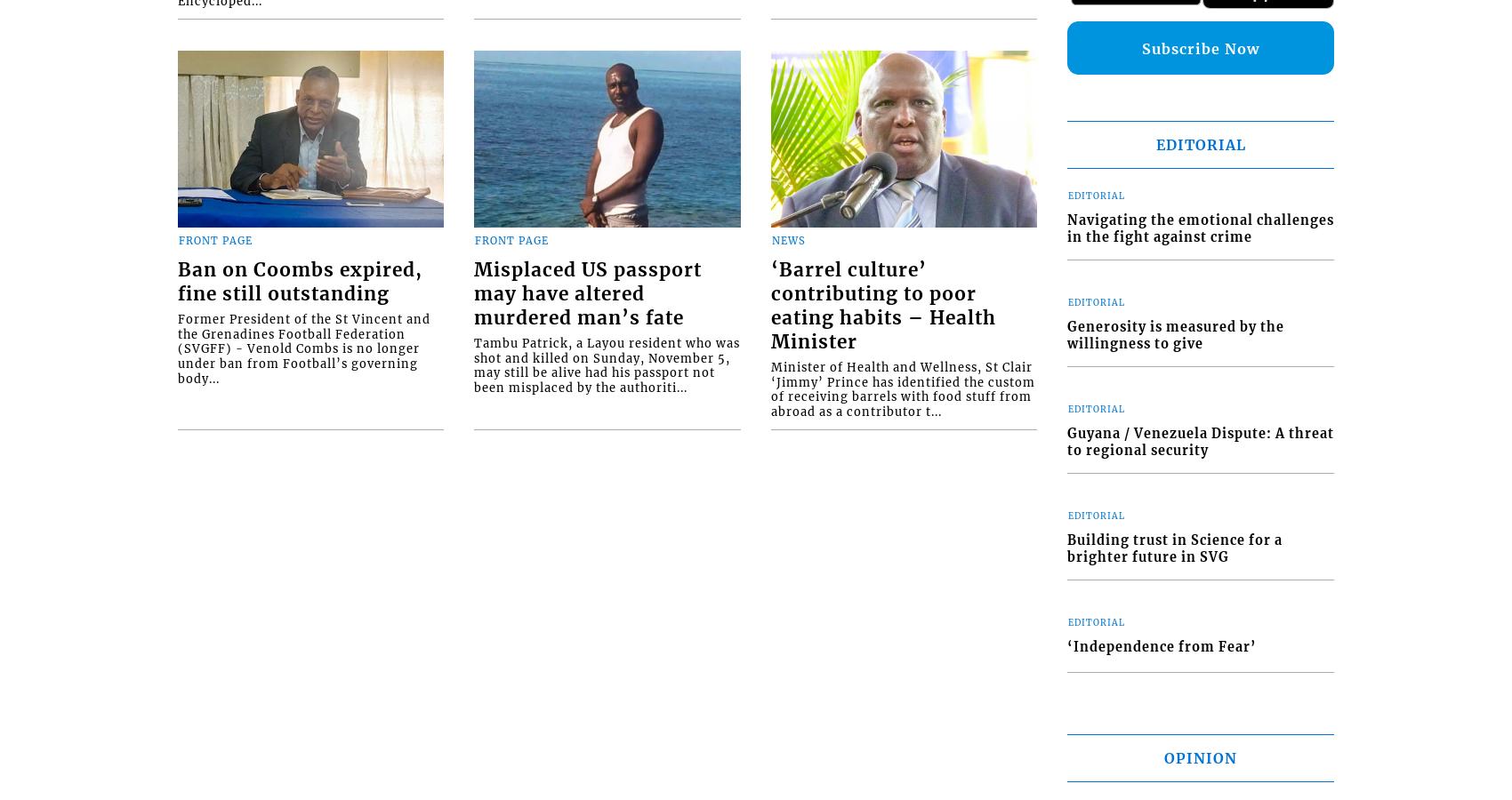 This screenshot has width=1512, height=800. What do you see at coordinates (1200, 47) in the screenshot?
I see `'Subscribe Now'` at bounding box center [1200, 47].